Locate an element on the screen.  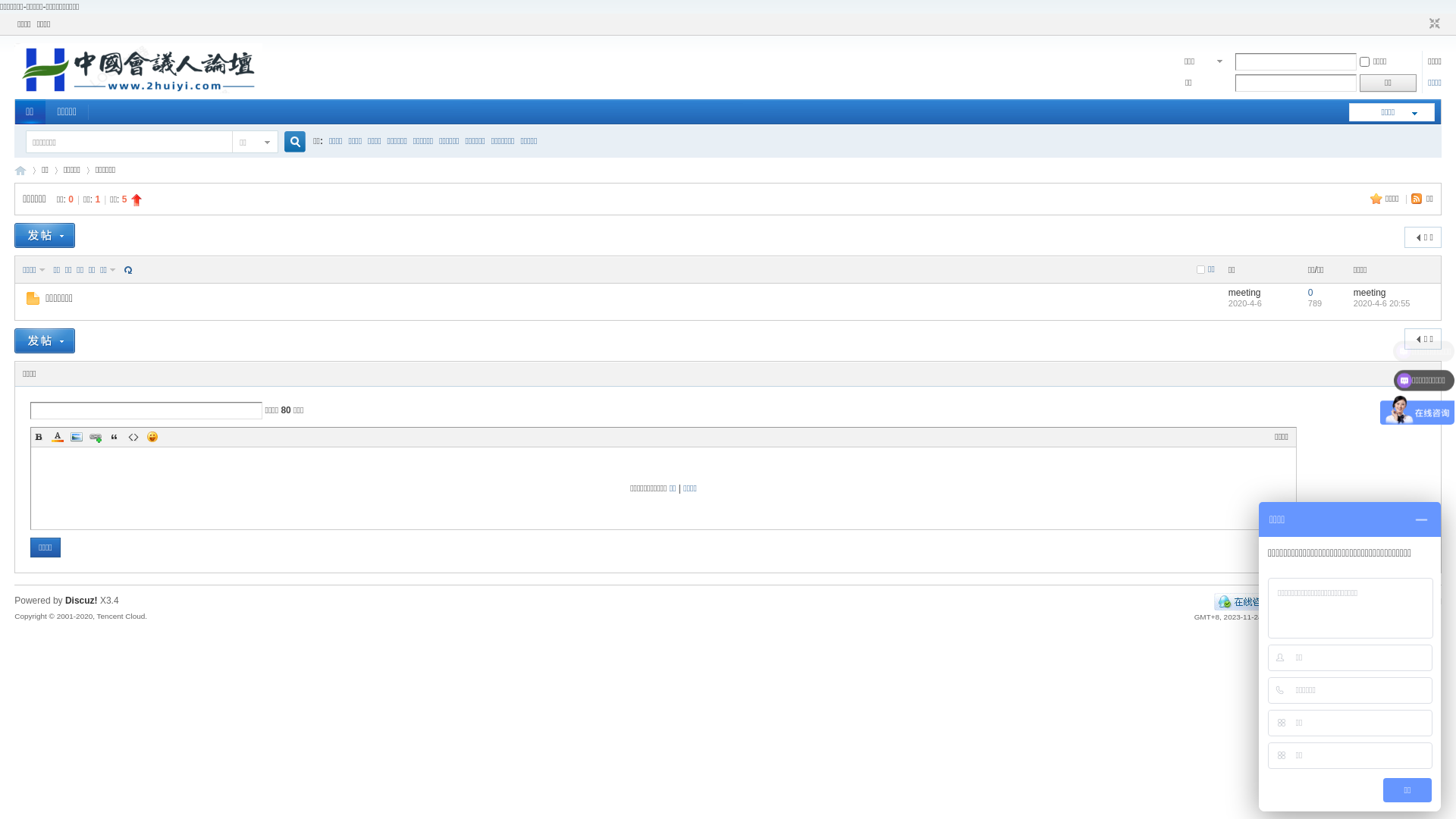
'Code' is located at coordinates (133, 436).